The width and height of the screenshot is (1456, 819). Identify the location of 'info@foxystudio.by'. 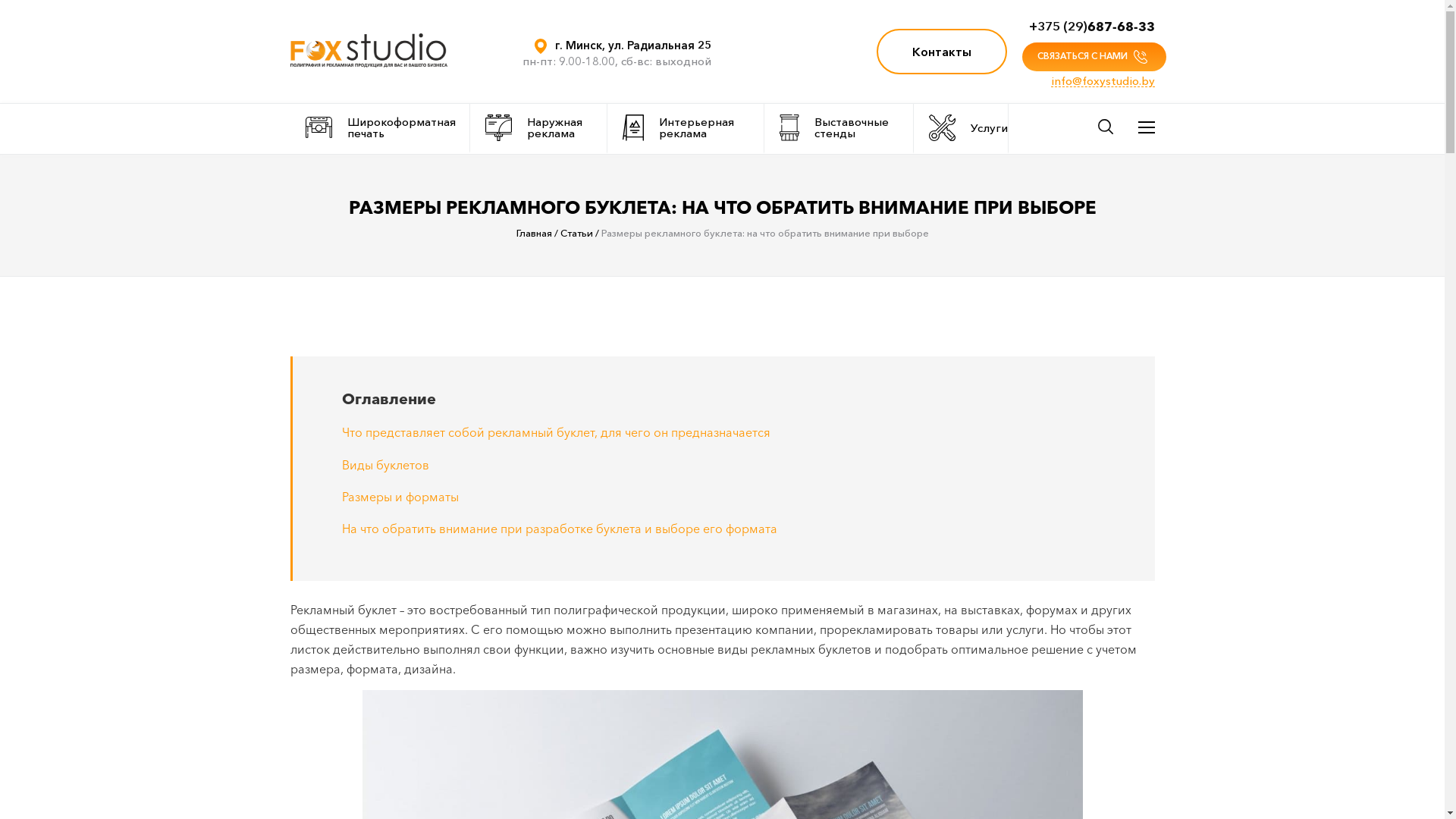
(1103, 81).